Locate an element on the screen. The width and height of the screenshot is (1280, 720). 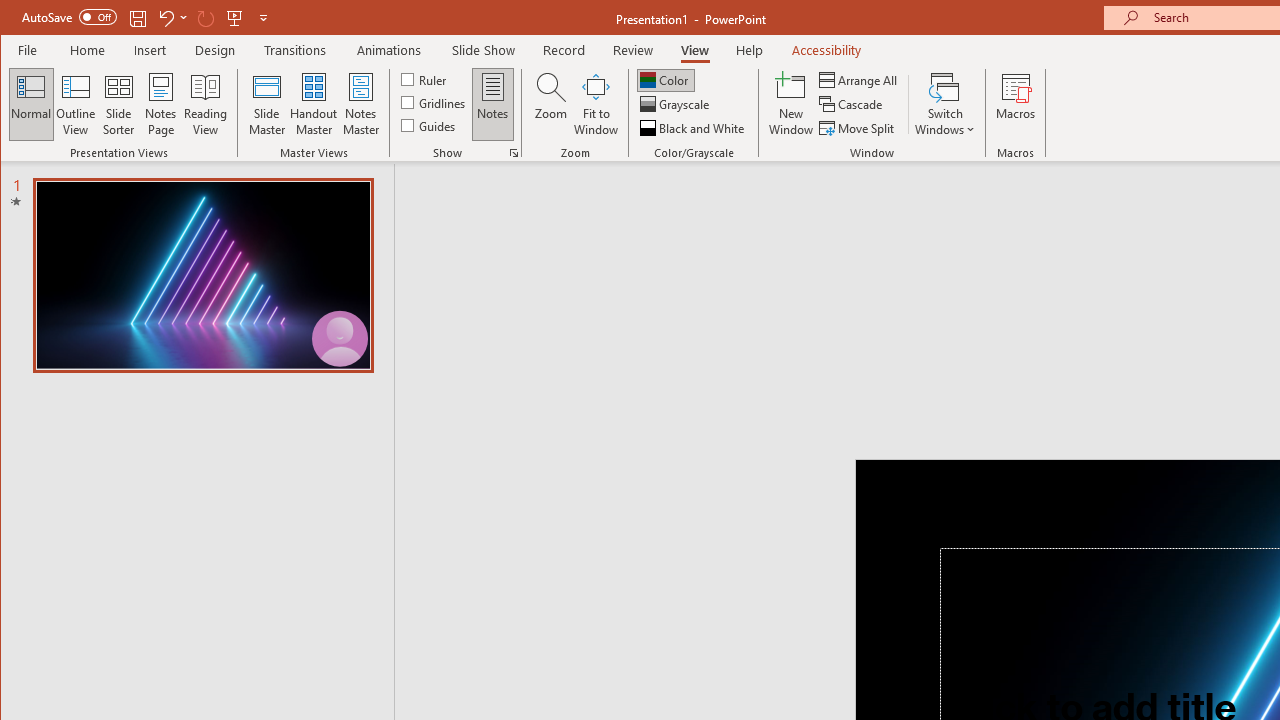
'Notes Master' is located at coordinates (360, 104).